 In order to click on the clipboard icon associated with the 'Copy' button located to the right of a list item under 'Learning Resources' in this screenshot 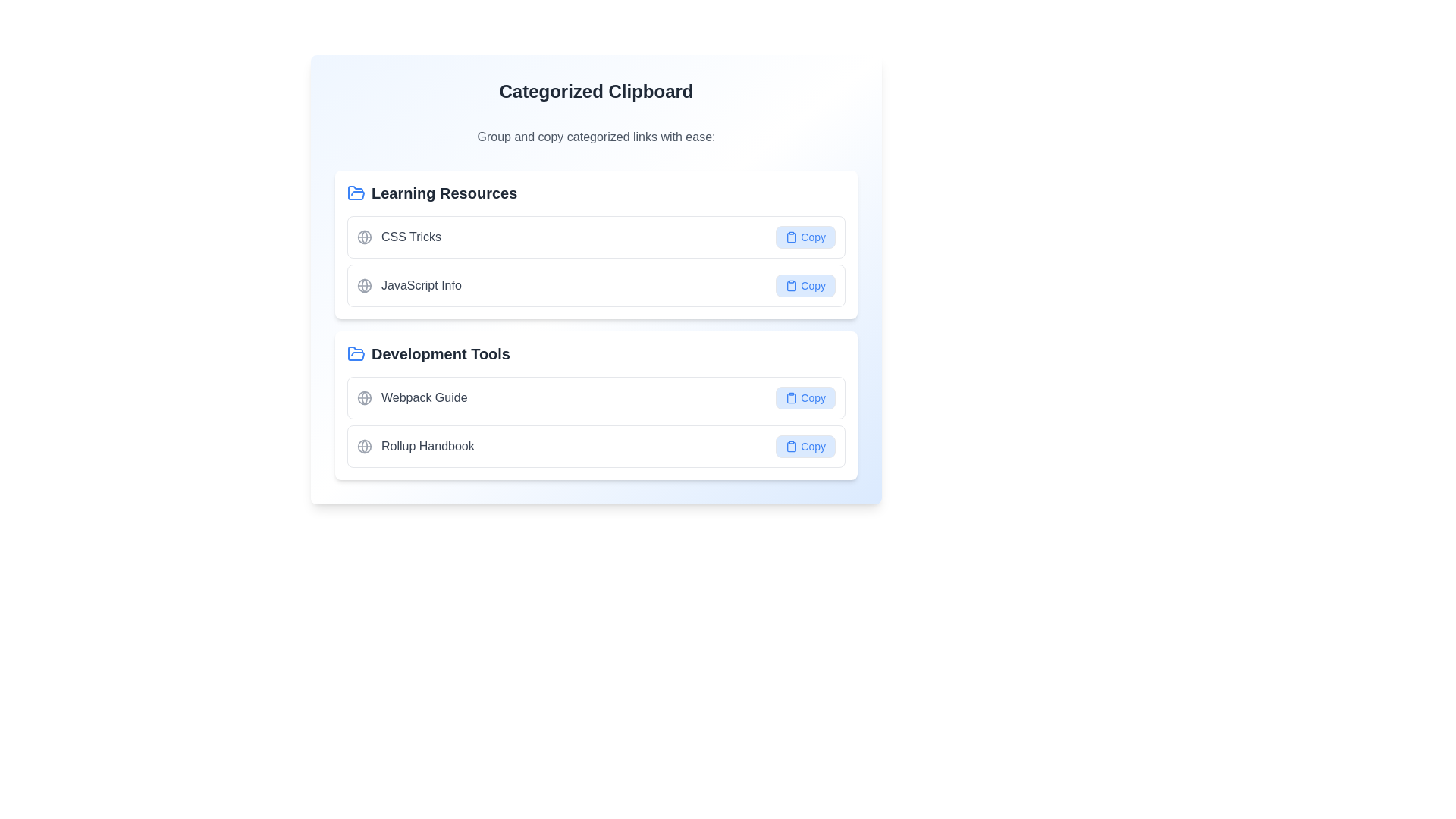, I will do `click(791, 237)`.